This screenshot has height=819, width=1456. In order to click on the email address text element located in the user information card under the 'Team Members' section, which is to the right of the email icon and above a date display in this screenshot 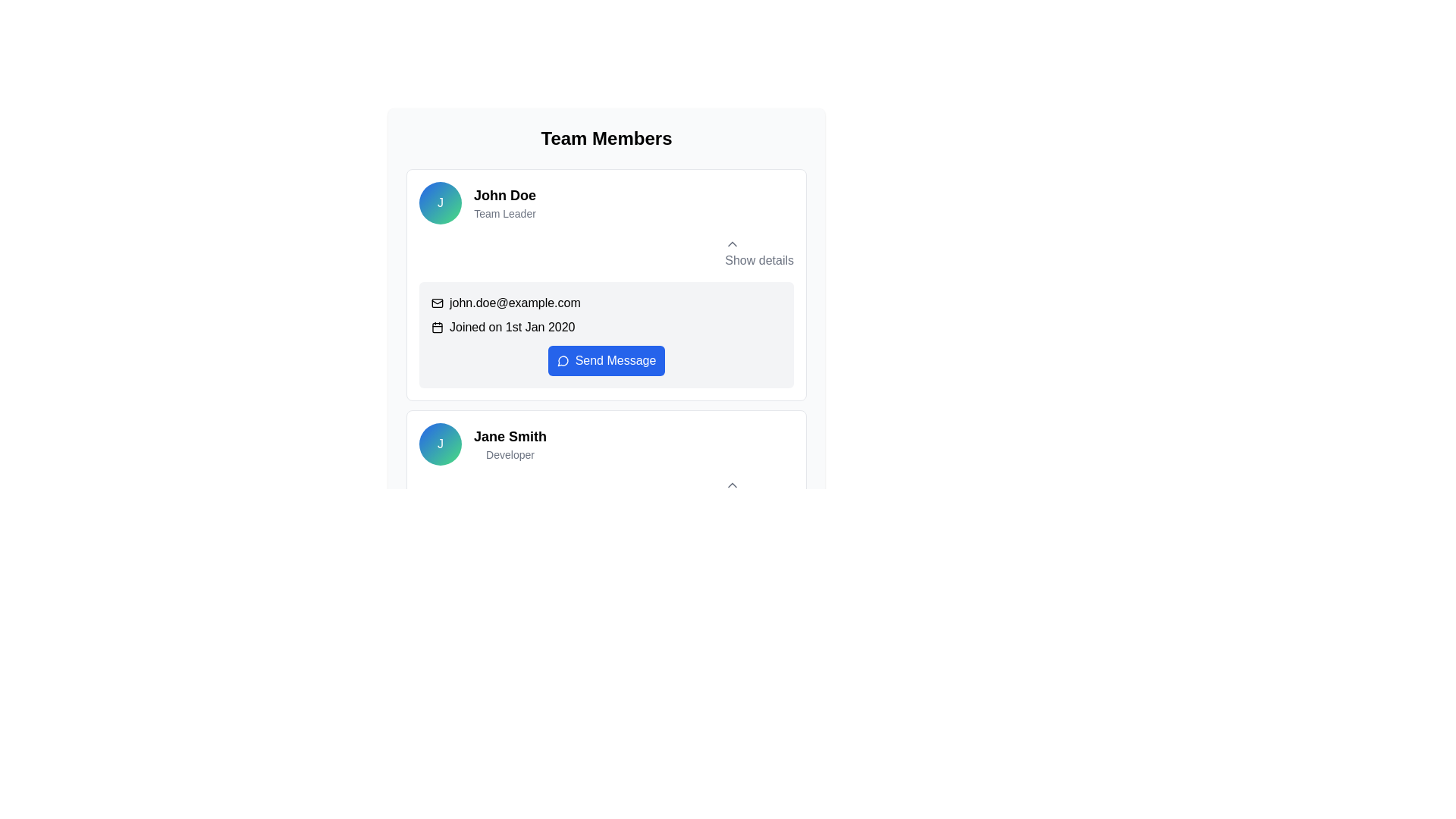, I will do `click(515, 303)`.